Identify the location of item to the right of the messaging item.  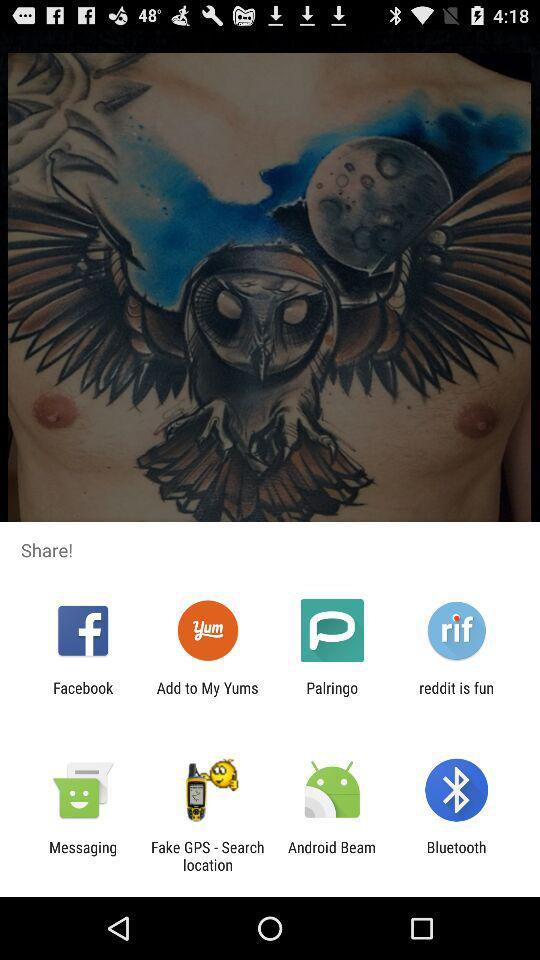
(206, 855).